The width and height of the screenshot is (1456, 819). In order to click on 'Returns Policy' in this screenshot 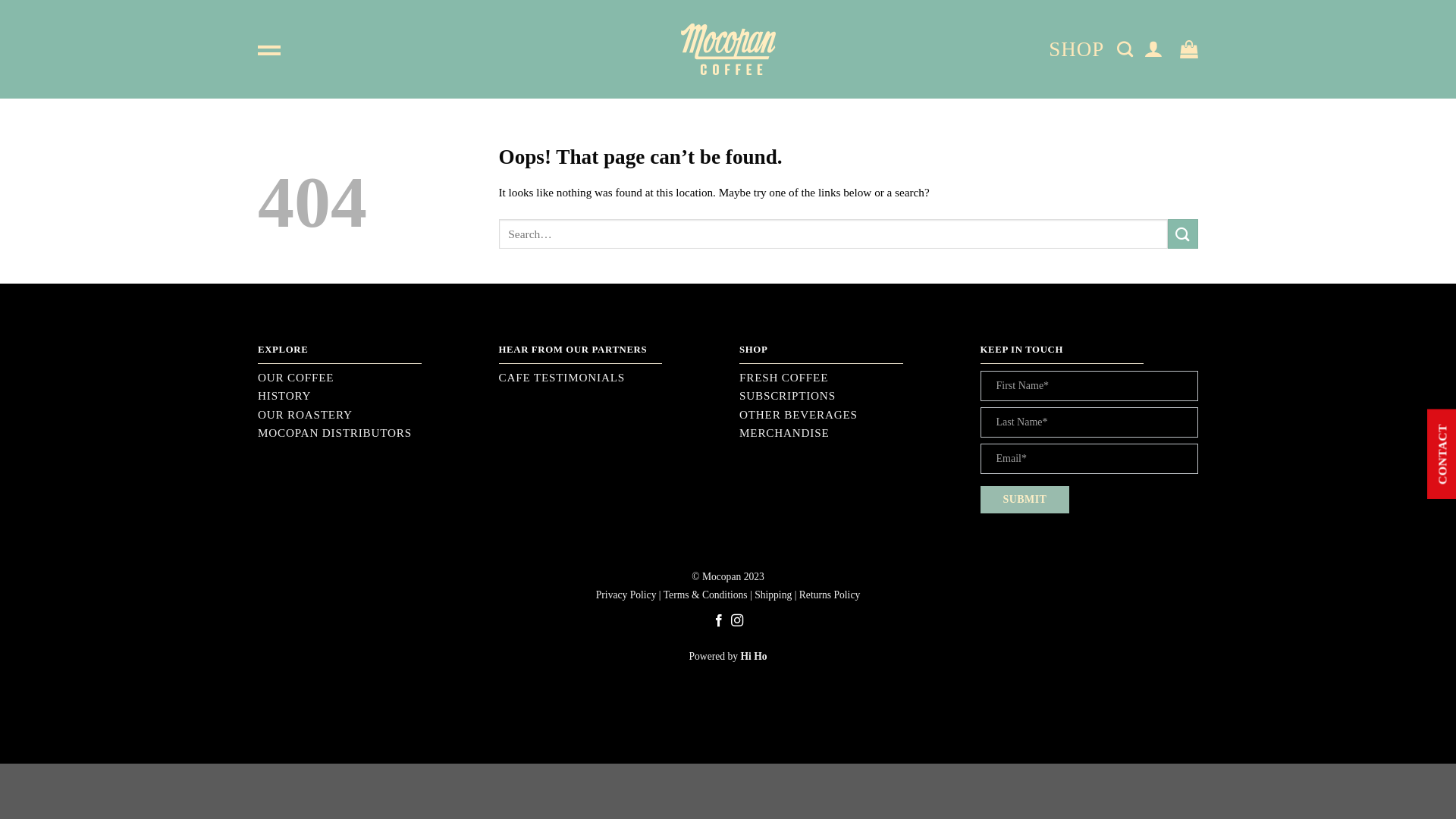, I will do `click(799, 594)`.